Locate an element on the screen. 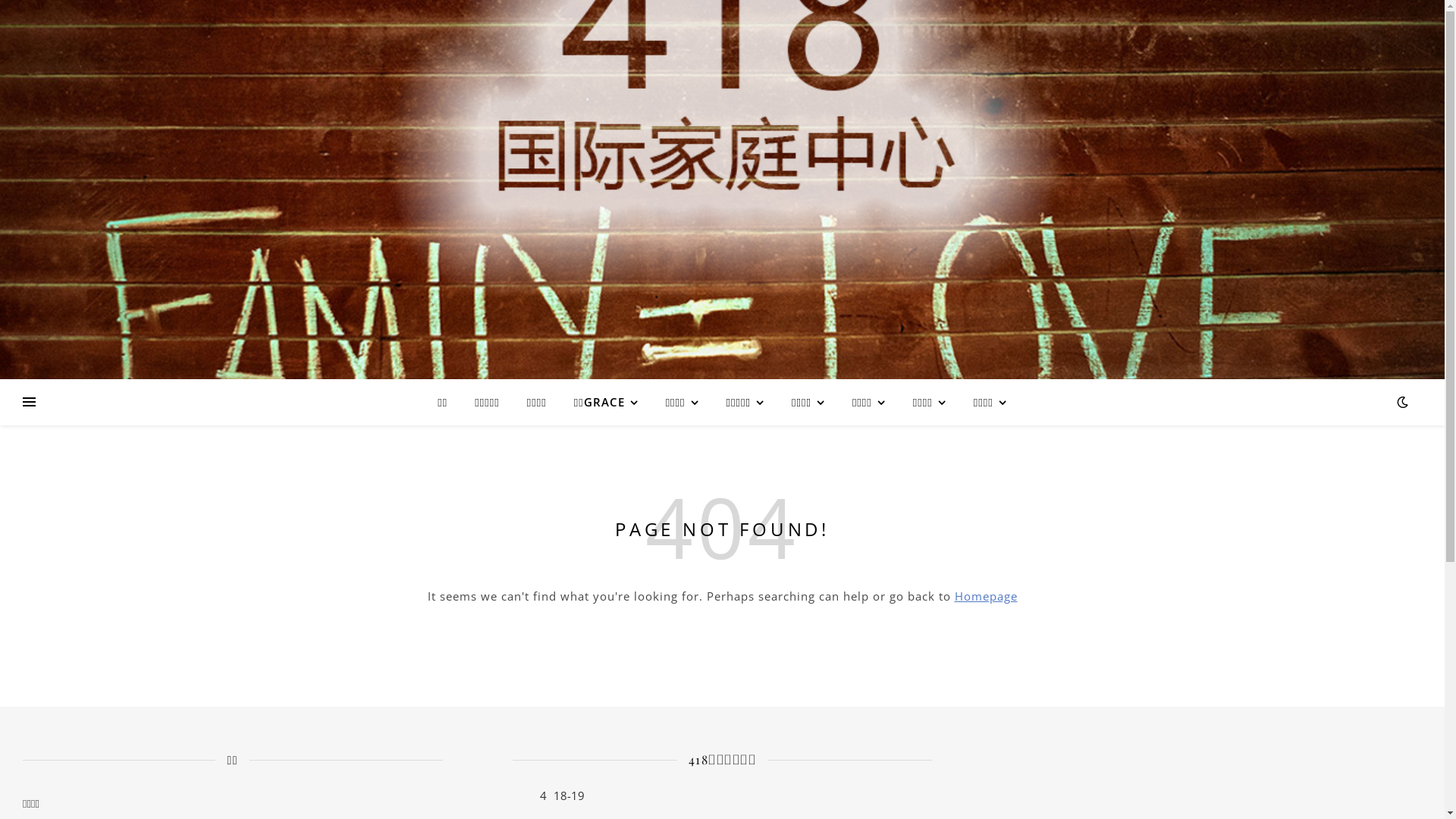  'Homepage' is located at coordinates (985, 595).